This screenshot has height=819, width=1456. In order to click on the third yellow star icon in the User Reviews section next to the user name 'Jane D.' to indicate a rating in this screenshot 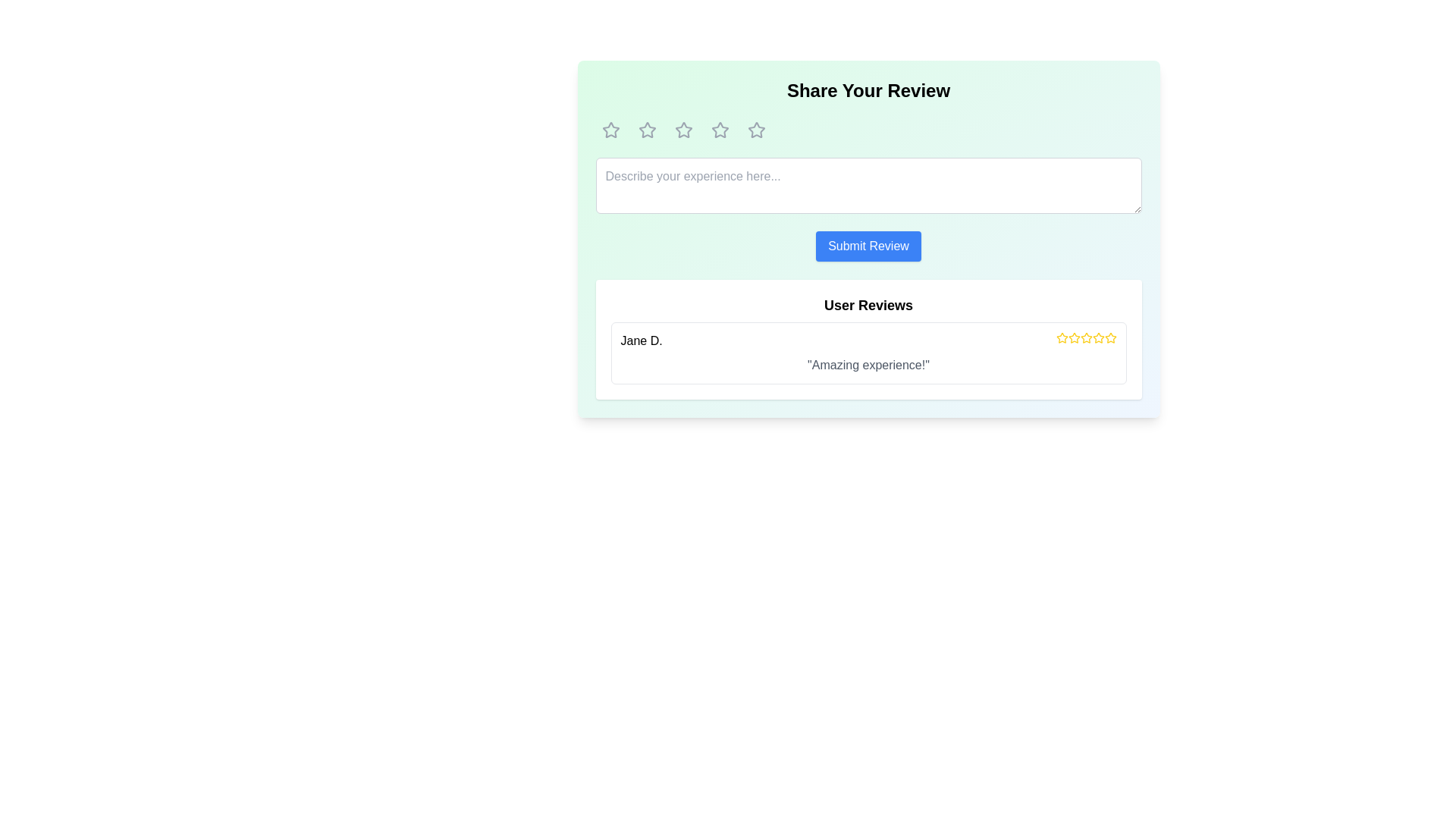, I will do `click(1085, 341)`.